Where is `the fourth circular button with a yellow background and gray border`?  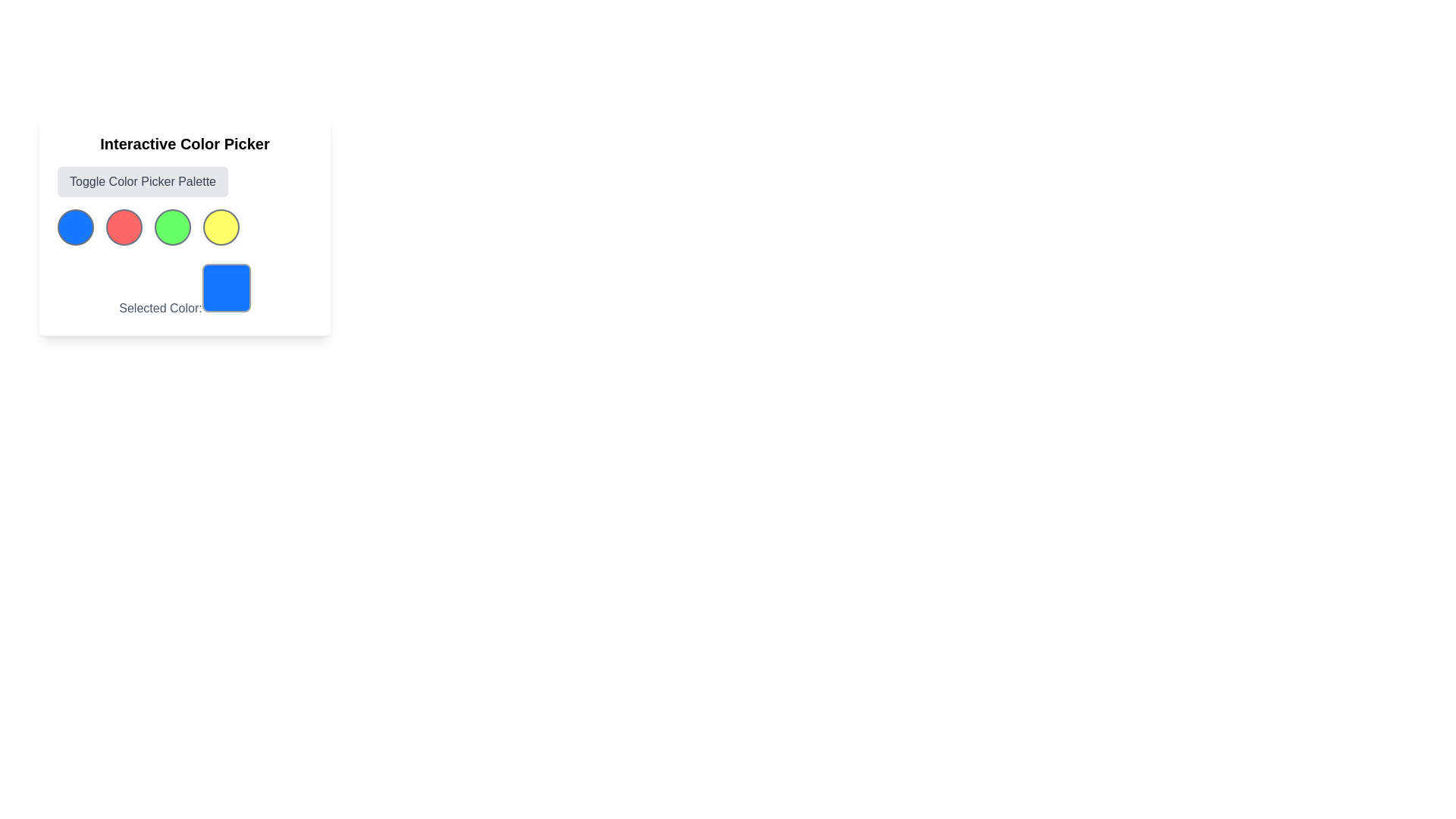
the fourth circular button with a yellow background and gray border is located at coordinates (221, 227).